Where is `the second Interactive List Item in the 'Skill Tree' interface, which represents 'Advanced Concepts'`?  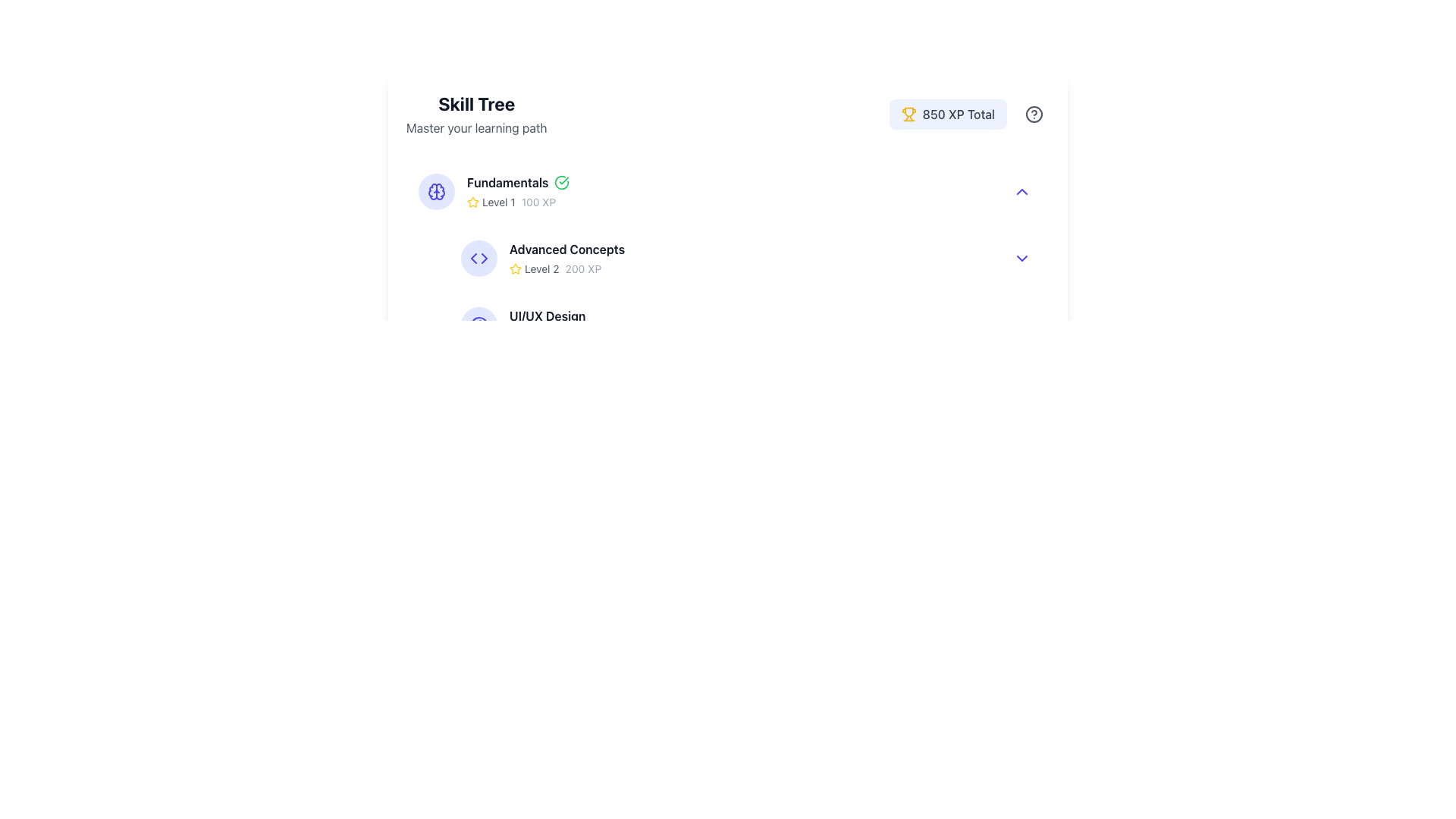 the second Interactive List Item in the 'Skill Tree' interface, which represents 'Advanced Concepts' is located at coordinates (734, 257).